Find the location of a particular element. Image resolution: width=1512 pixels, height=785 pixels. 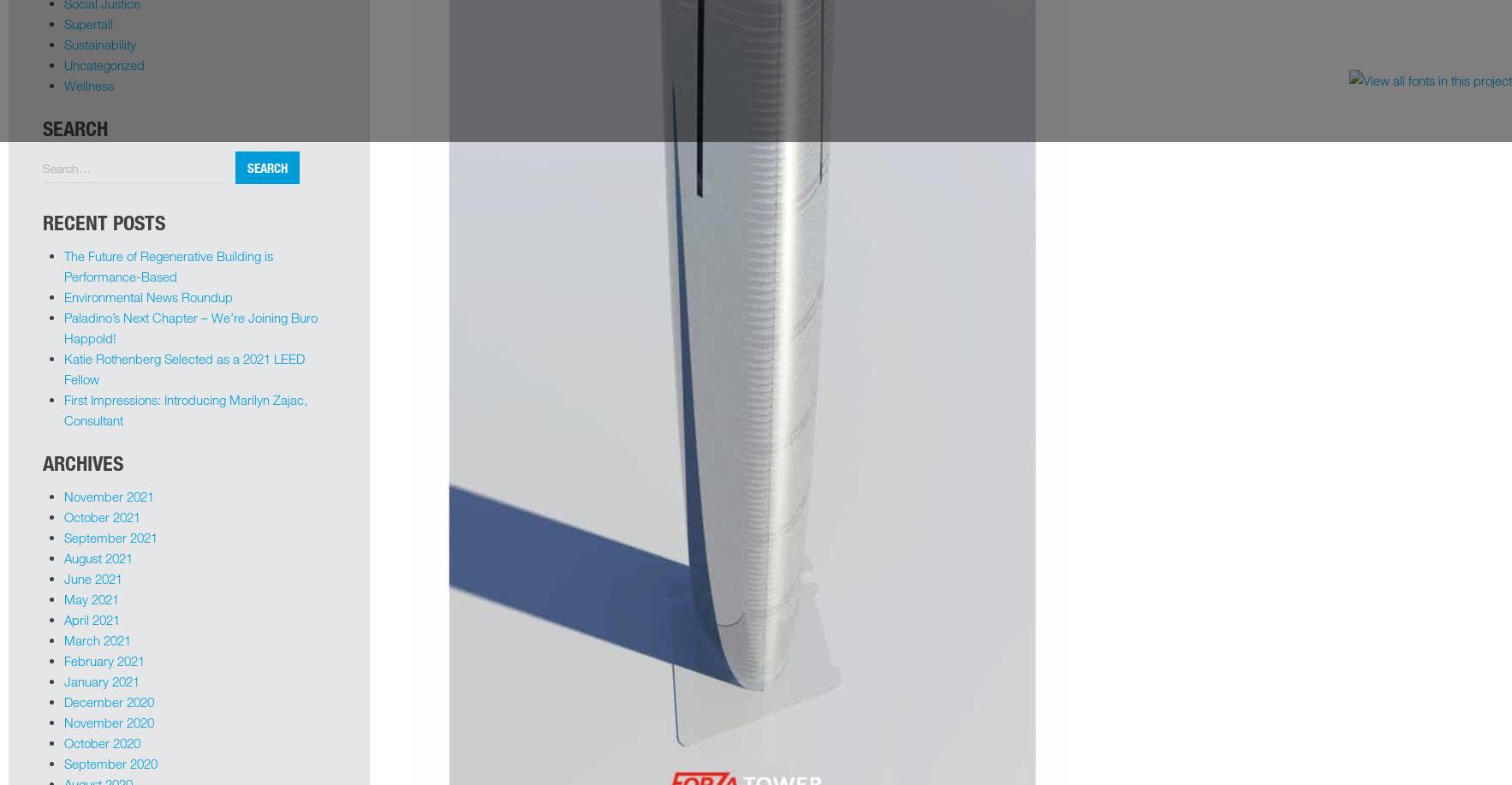

'Sustainability' is located at coordinates (63, 44).